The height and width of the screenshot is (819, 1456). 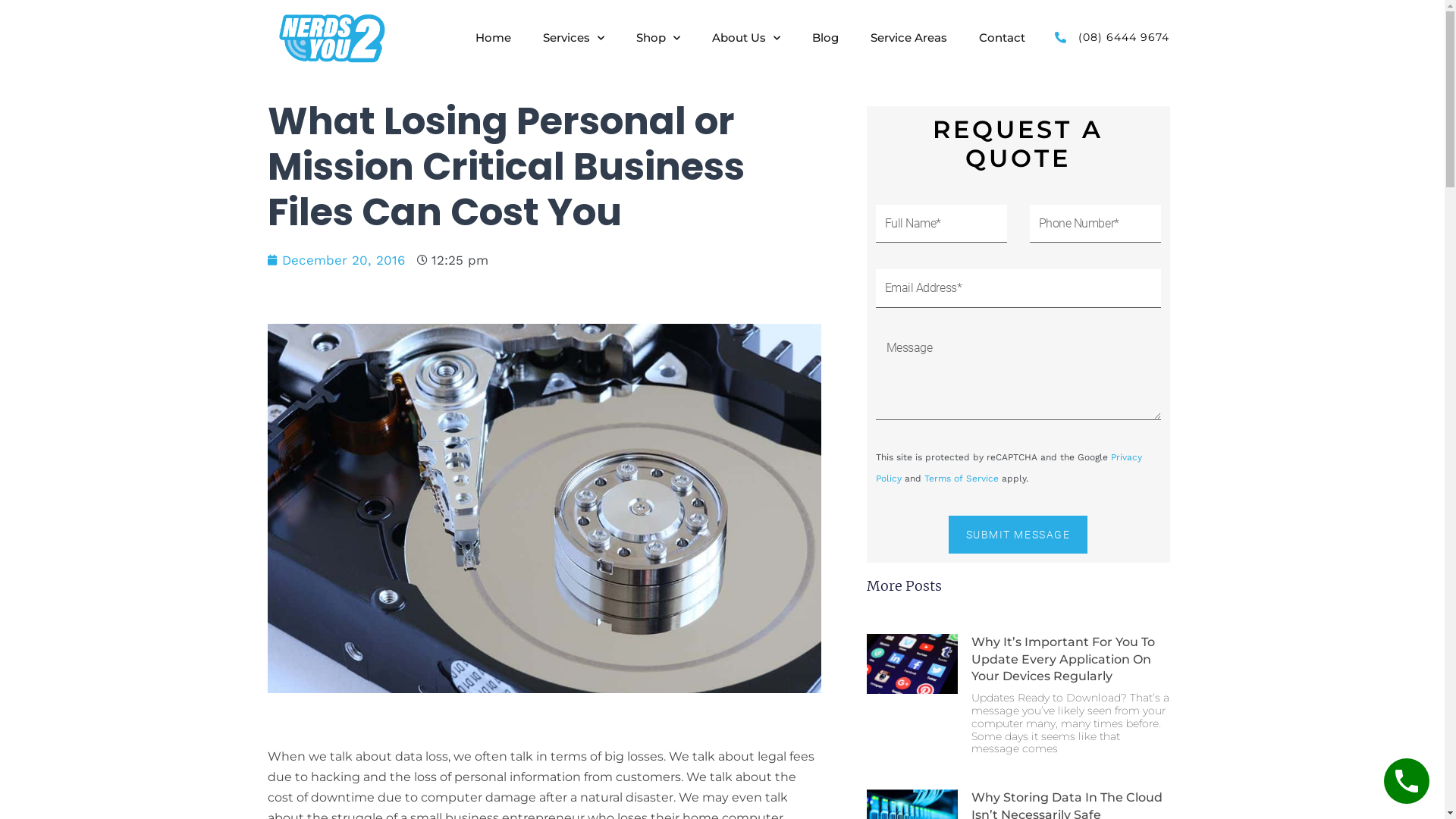 What do you see at coordinates (1002, 37) in the screenshot?
I see `'Contact'` at bounding box center [1002, 37].